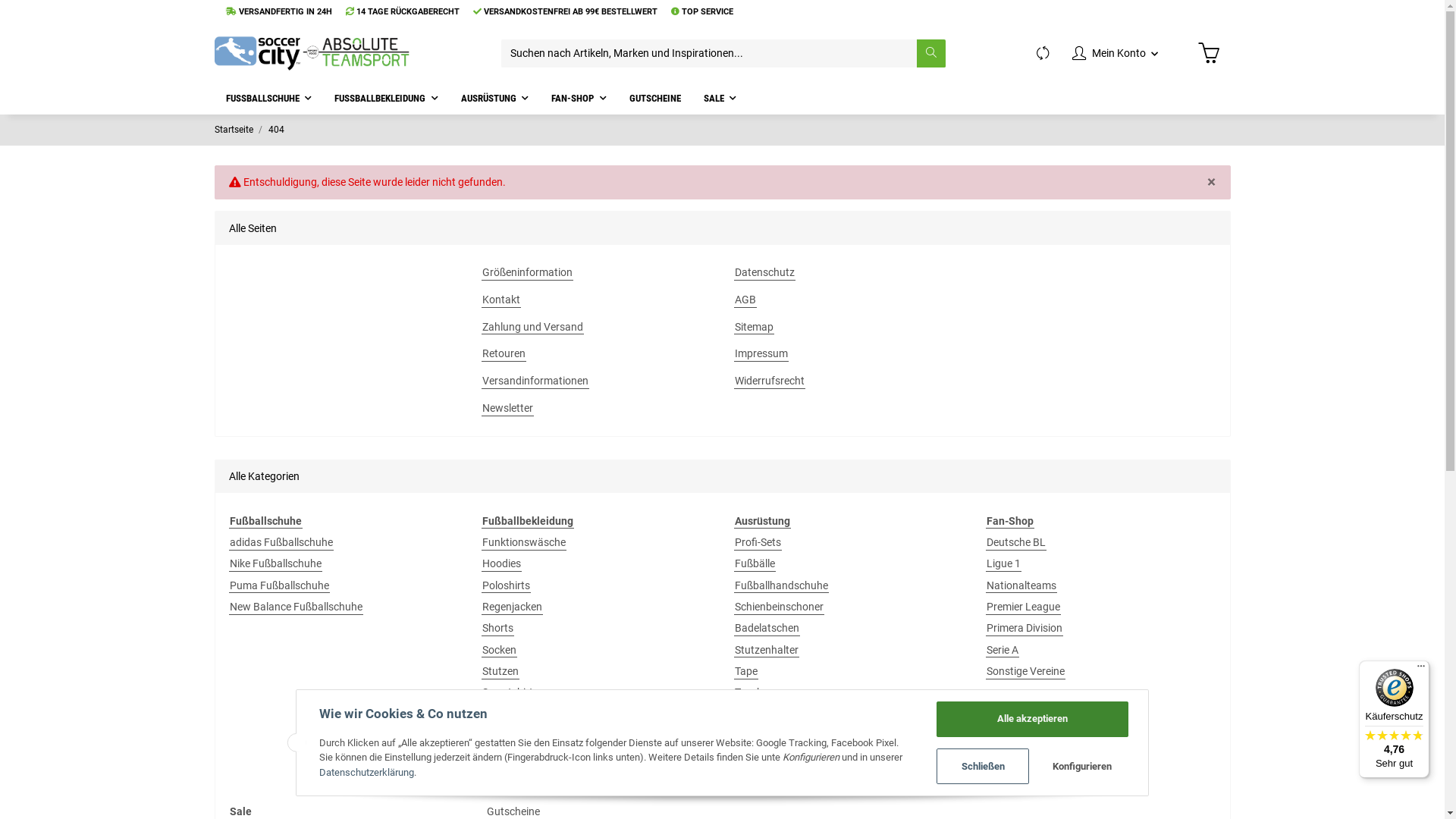  What do you see at coordinates (501, 563) in the screenshot?
I see `'Hoodies'` at bounding box center [501, 563].